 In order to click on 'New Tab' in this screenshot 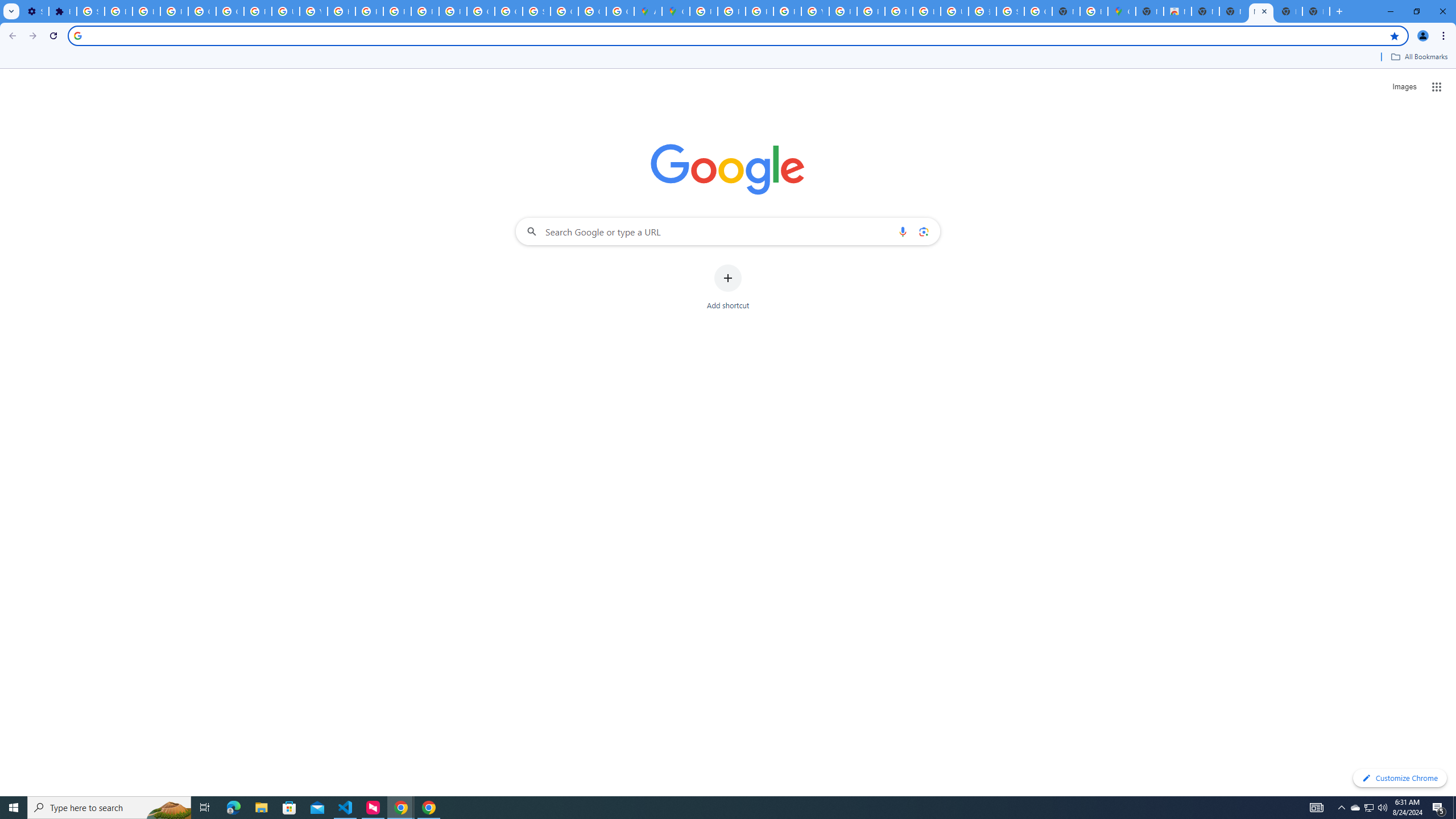, I will do `click(1288, 11)`.